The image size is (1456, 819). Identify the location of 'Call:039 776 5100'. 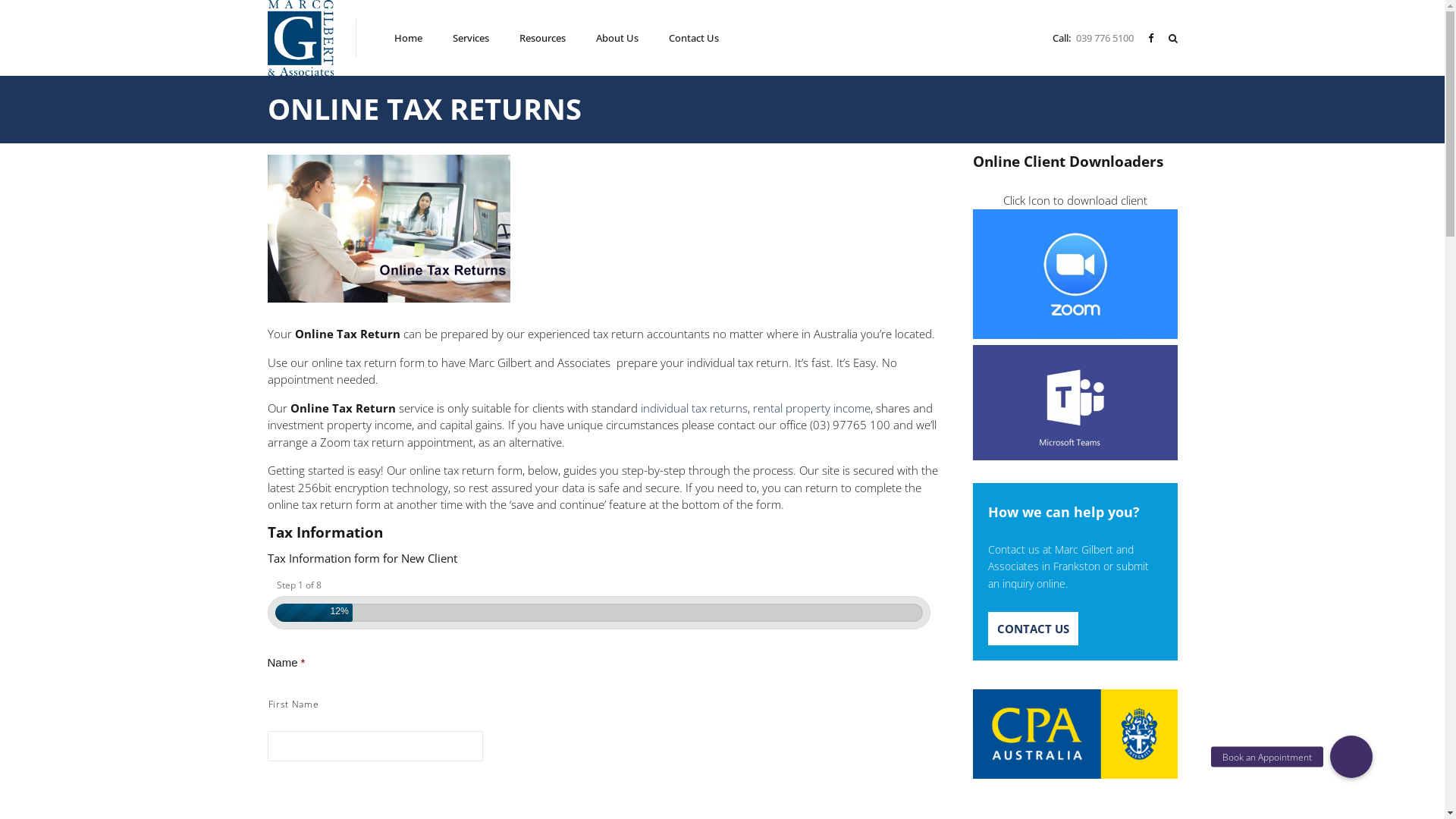
(1095, 36).